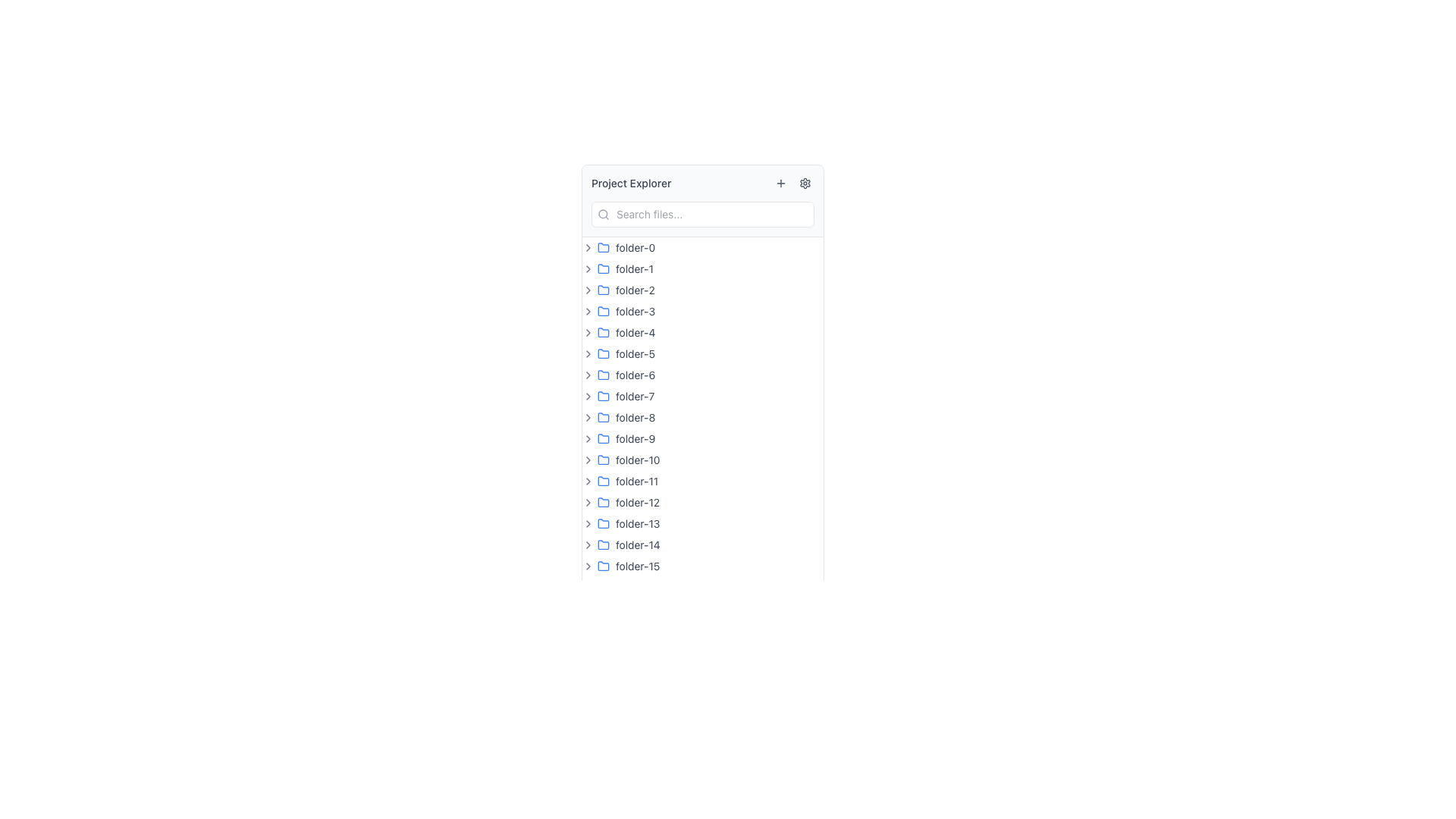 The width and height of the screenshot is (1456, 819). I want to click on the small right-facing chevron icon, so click(588, 396).